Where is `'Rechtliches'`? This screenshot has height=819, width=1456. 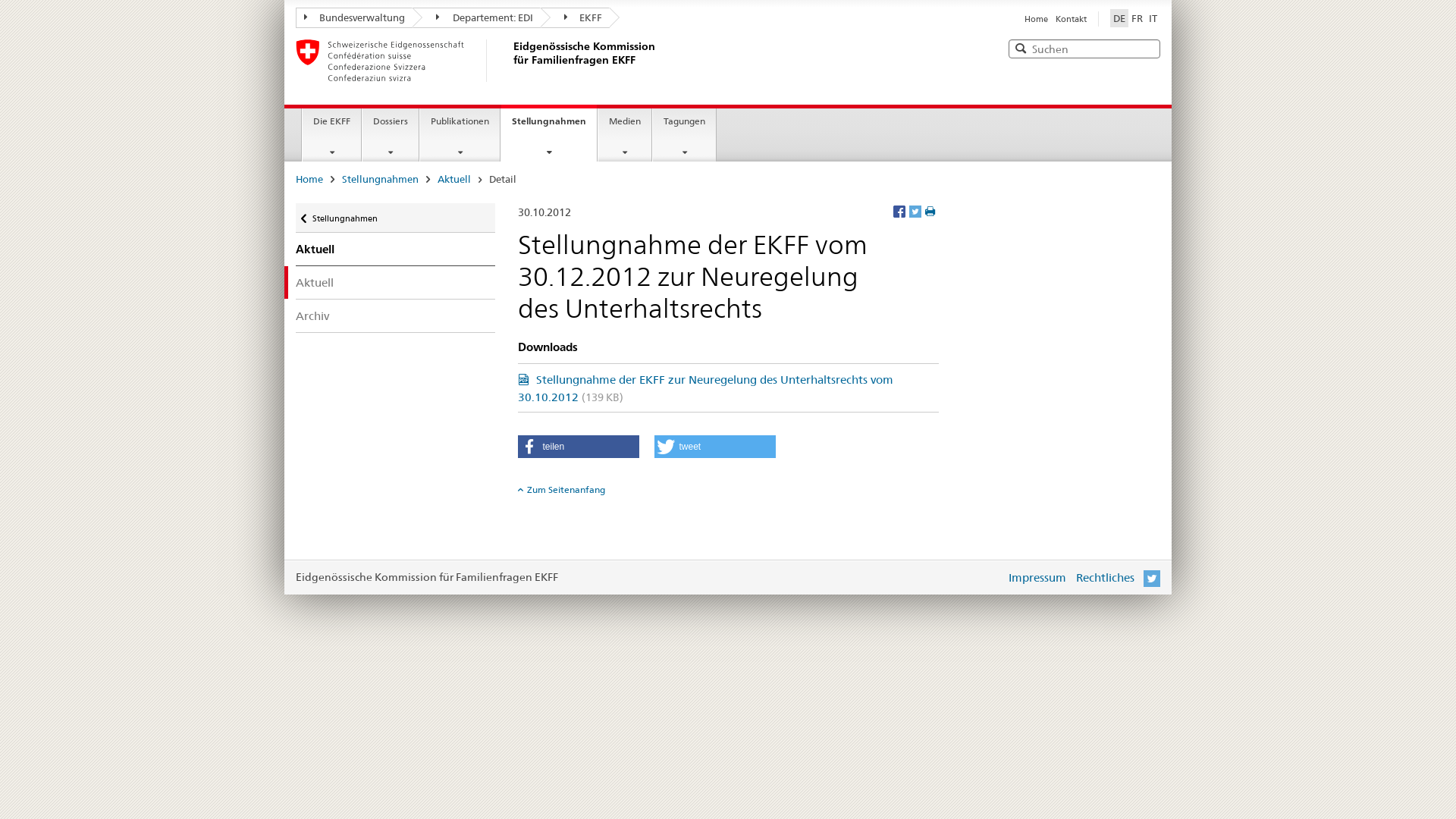
'Rechtliches' is located at coordinates (1105, 577).